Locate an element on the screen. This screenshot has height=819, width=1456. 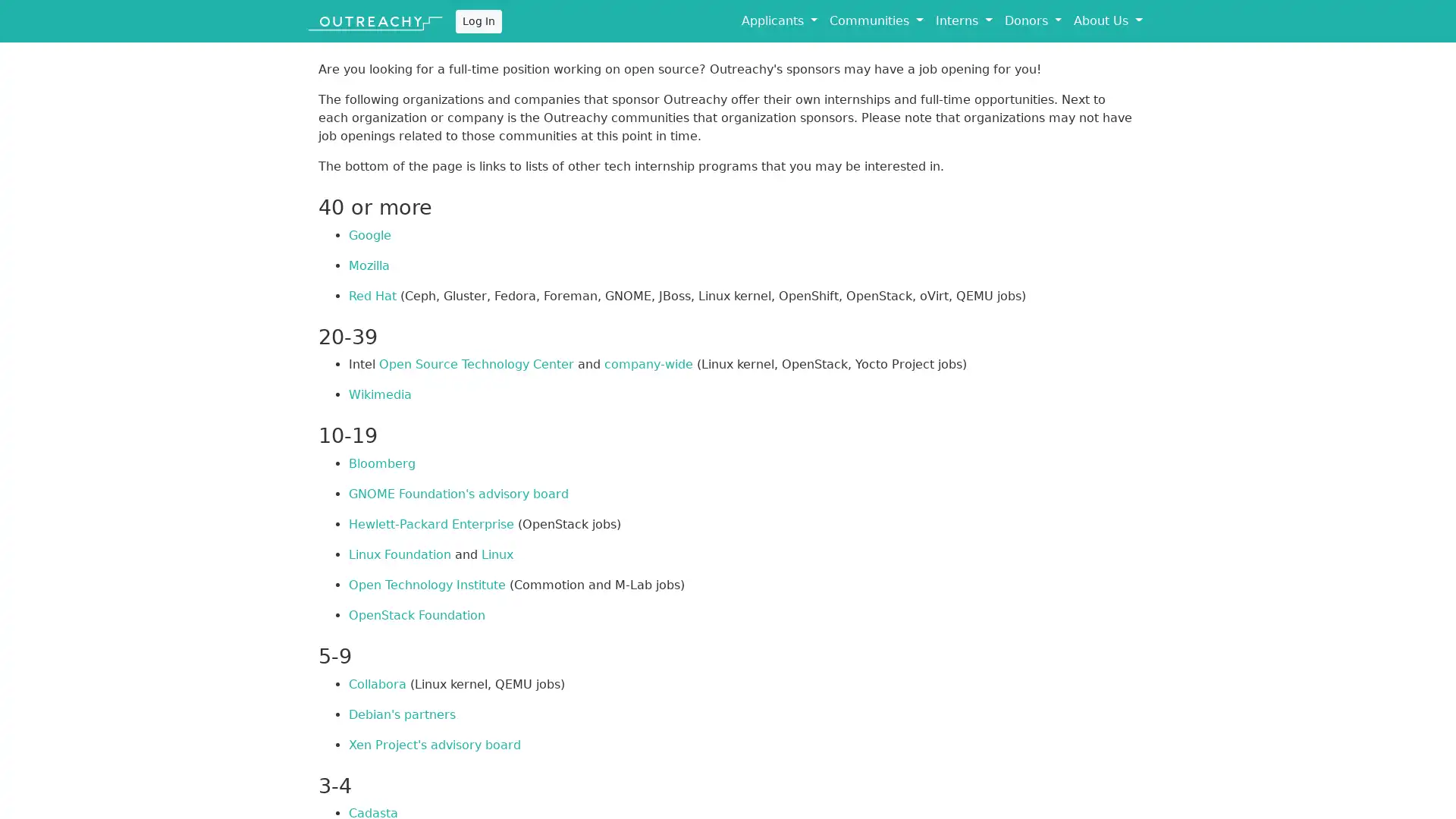
Log In is located at coordinates (478, 20).